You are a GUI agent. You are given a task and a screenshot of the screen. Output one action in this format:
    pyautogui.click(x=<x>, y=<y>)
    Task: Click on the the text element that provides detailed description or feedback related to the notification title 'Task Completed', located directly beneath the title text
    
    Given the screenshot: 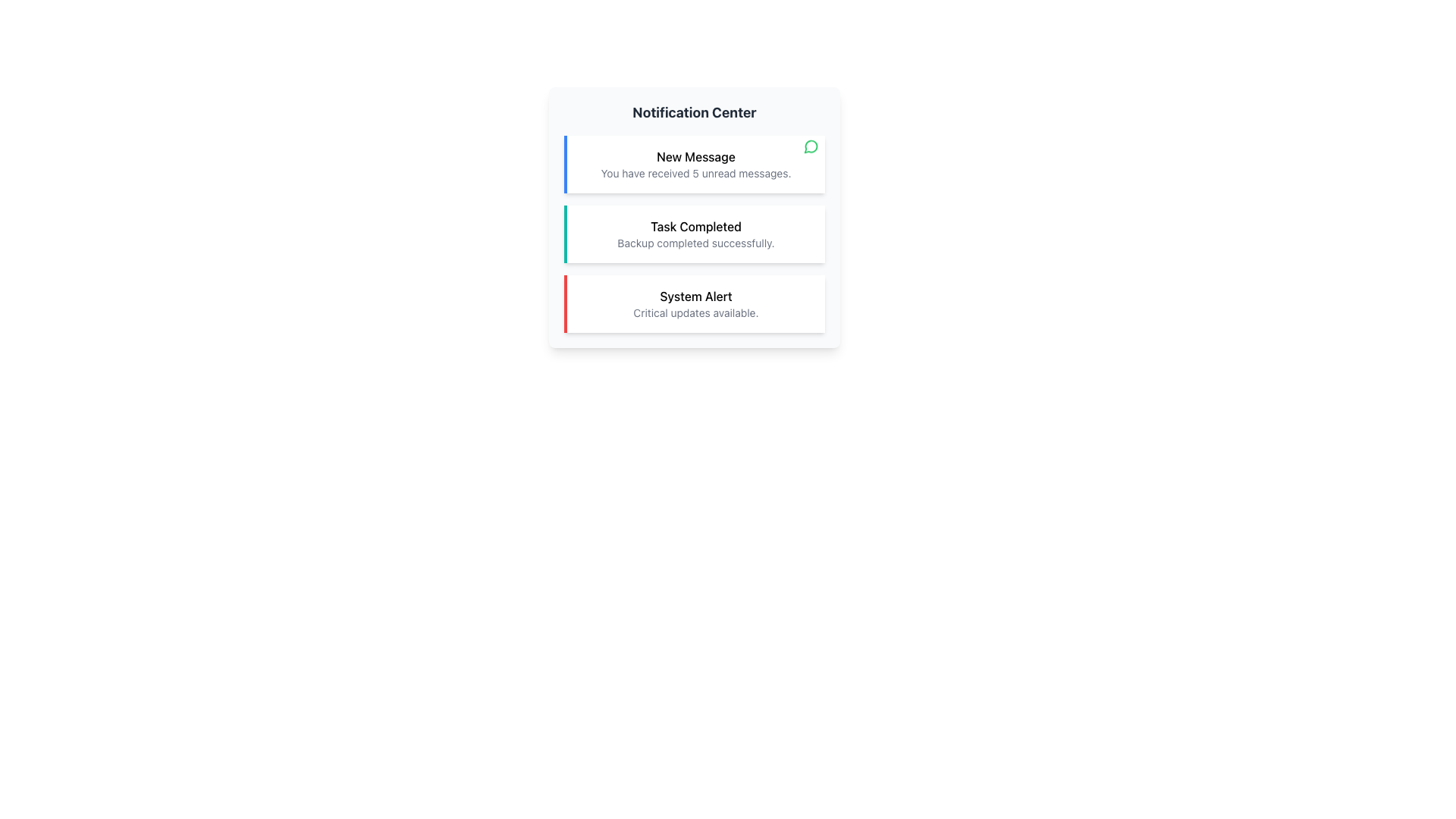 What is the action you would take?
    pyautogui.click(x=695, y=242)
    